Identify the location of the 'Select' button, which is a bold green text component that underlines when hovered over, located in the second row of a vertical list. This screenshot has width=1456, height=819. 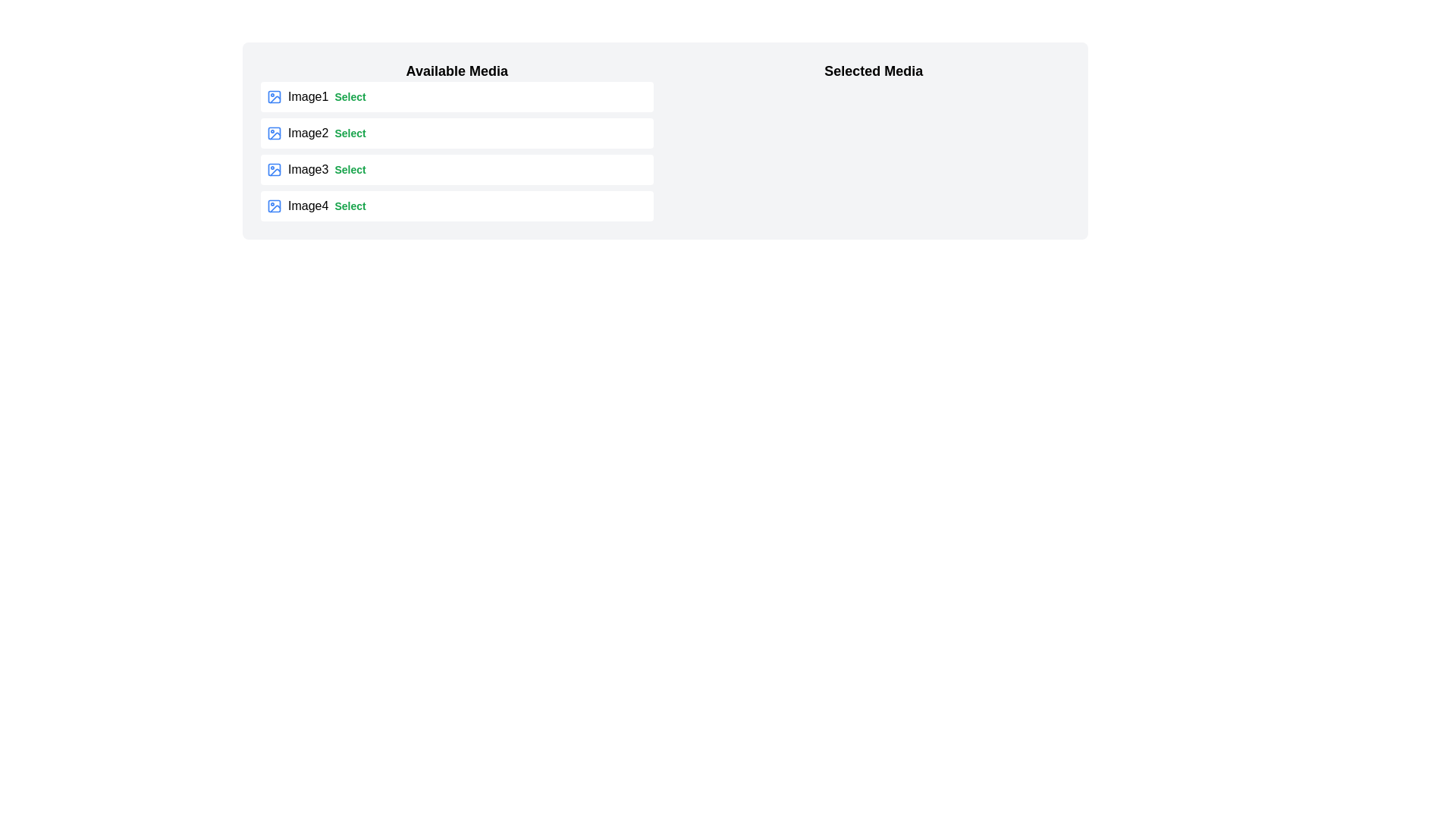
(349, 133).